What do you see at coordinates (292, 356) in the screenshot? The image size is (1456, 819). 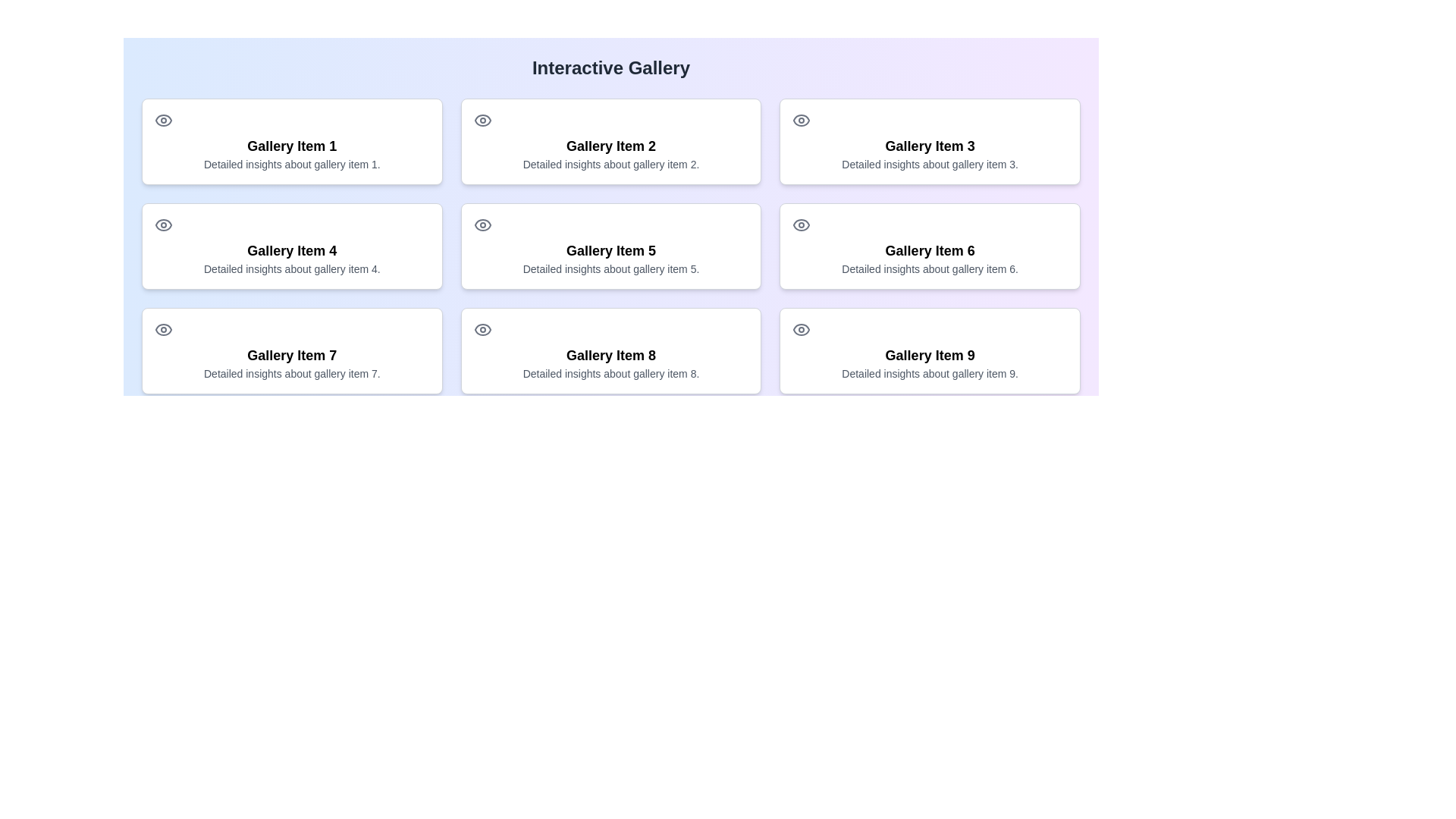 I see `the Text Label displaying the title or identifier of the gallery item located in the lower portion of the card labeled 'Gallery Item 7', which is the first card in the third row of a three-by-three grid layout` at bounding box center [292, 356].